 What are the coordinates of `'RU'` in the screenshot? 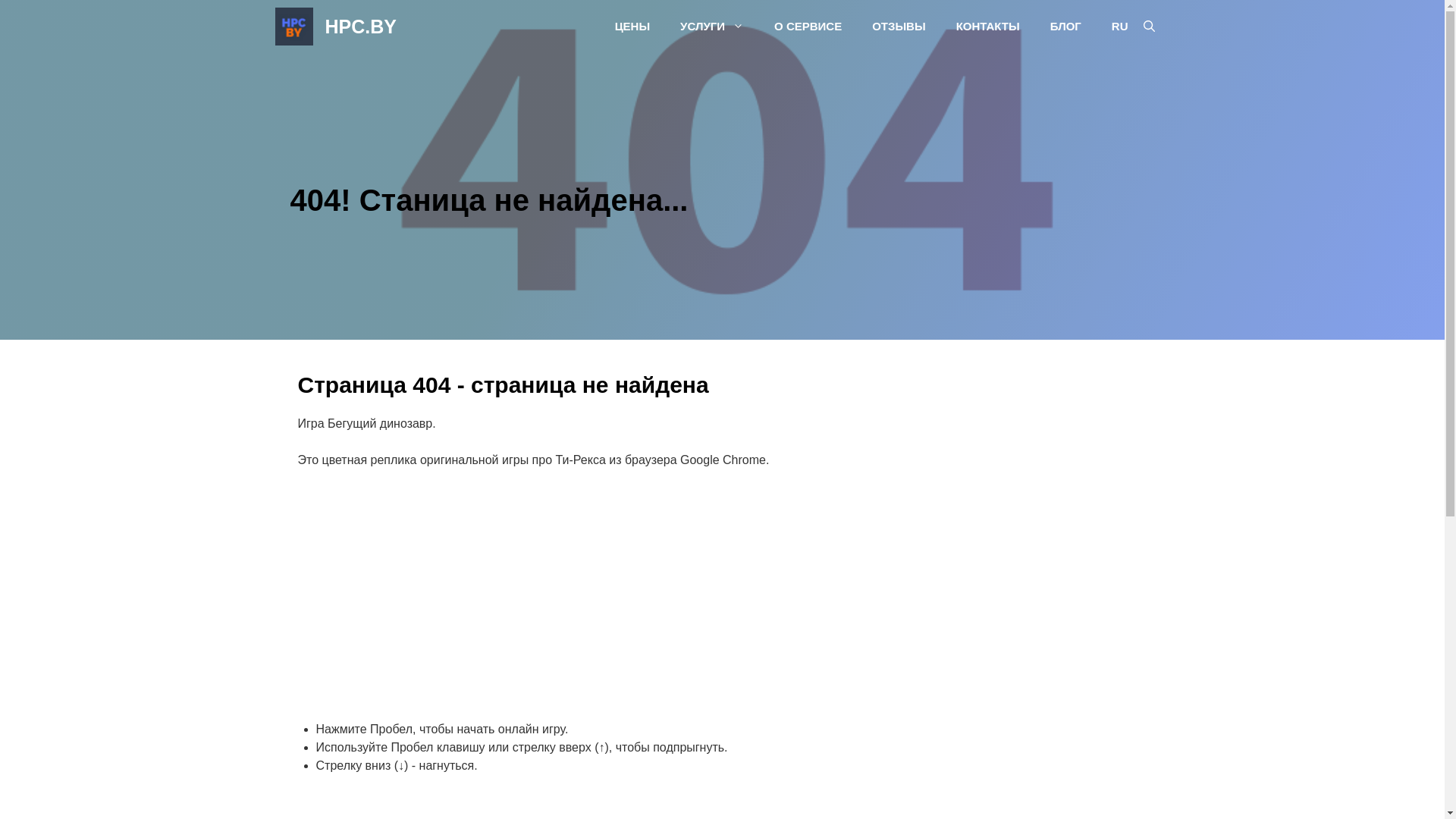 It's located at (1112, 26).